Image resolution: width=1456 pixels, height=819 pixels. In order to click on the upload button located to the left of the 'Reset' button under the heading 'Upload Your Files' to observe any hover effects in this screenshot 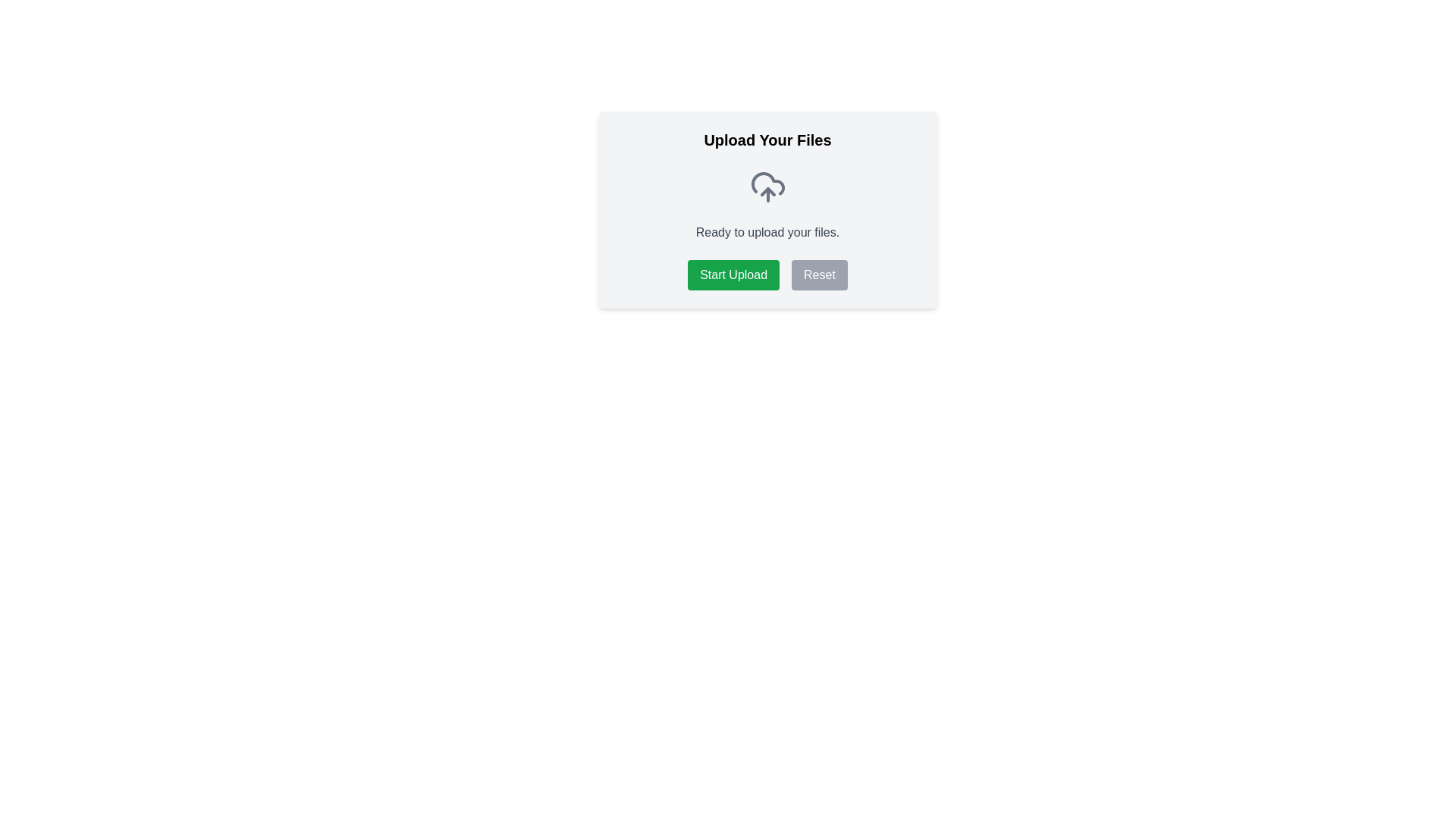, I will do `click(733, 275)`.